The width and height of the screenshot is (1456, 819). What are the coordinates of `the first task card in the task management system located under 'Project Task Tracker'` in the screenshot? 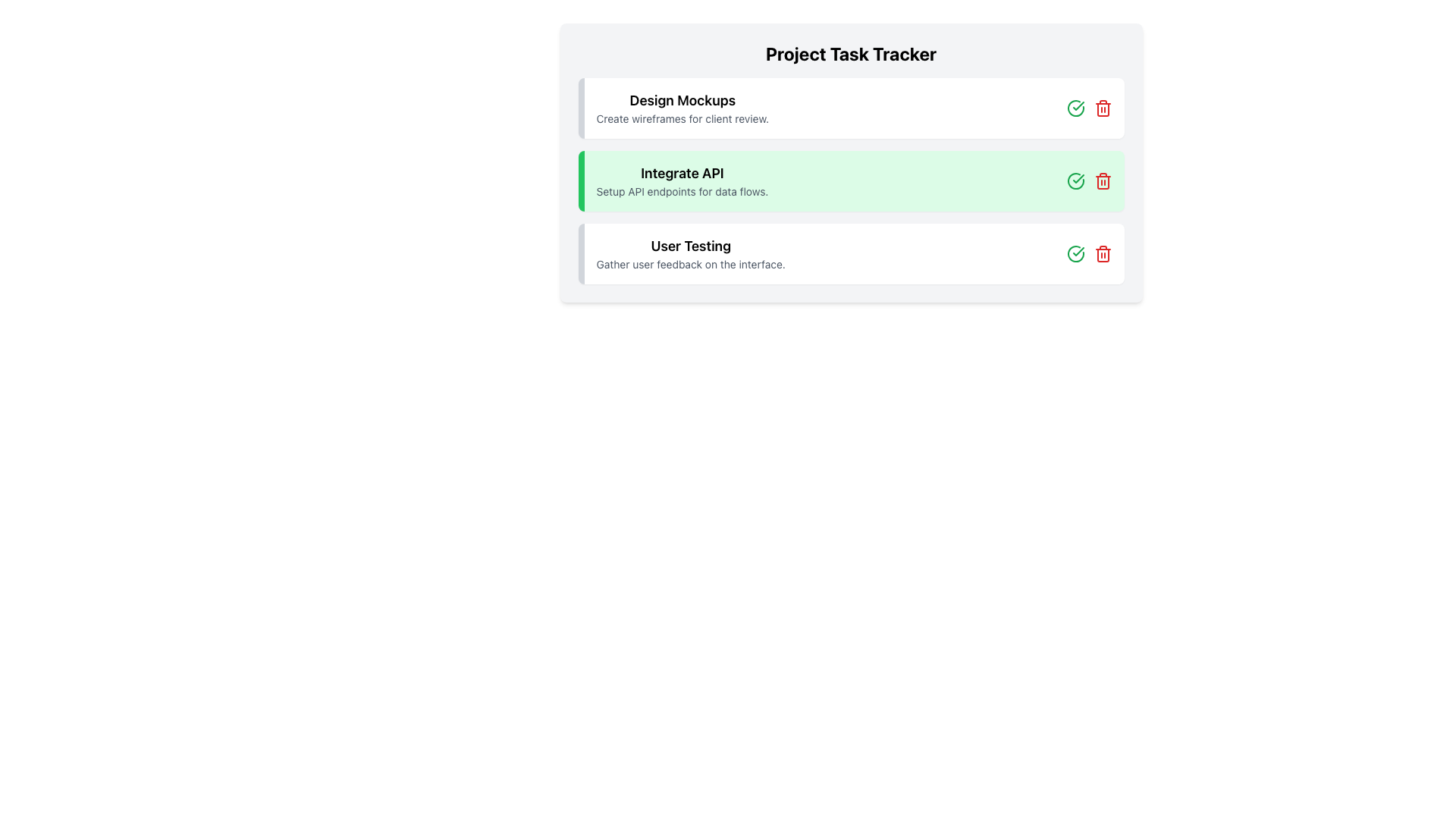 It's located at (851, 107).